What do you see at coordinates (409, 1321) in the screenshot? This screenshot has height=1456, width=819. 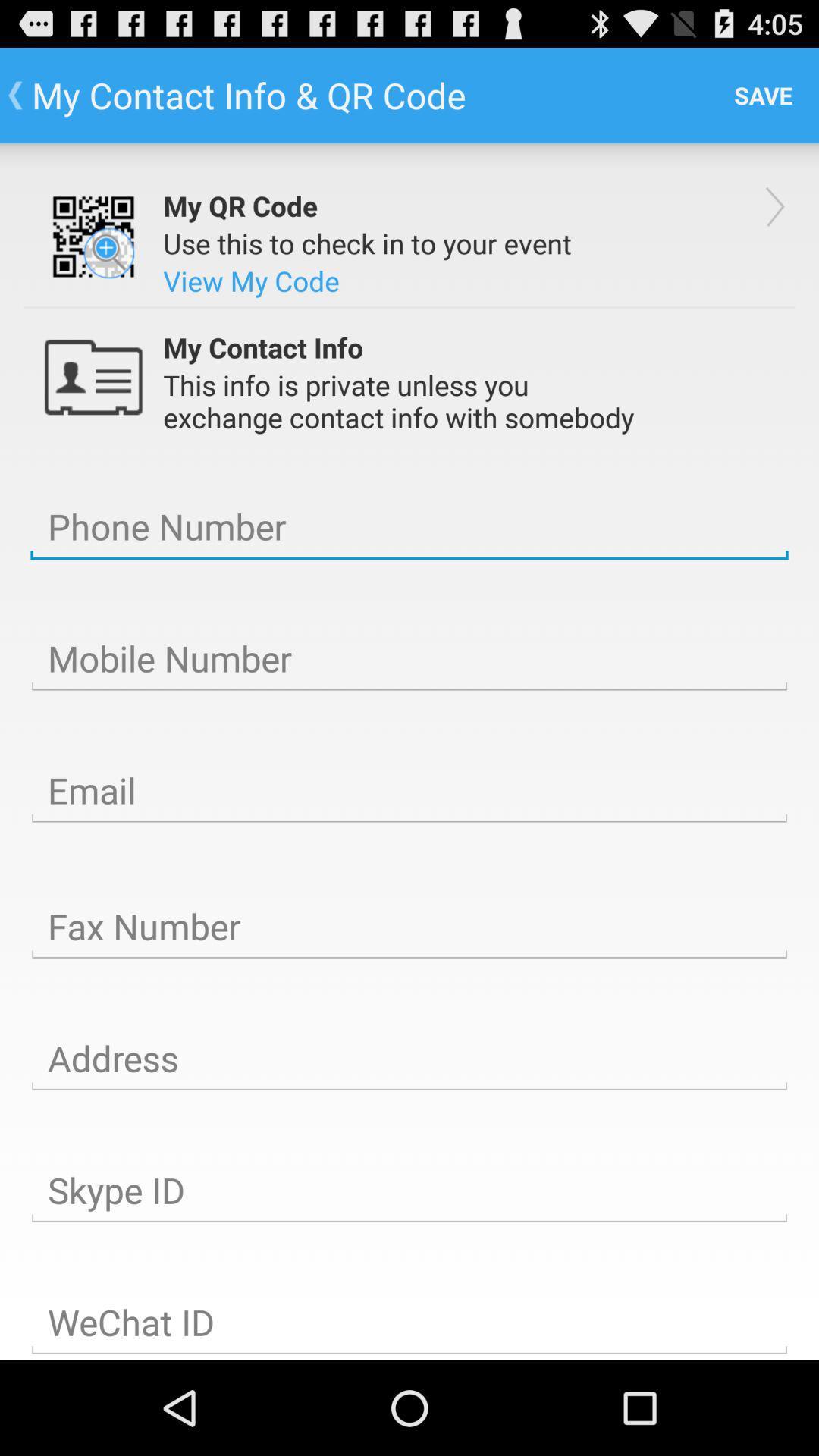 I see `wechat id` at bounding box center [409, 1321].